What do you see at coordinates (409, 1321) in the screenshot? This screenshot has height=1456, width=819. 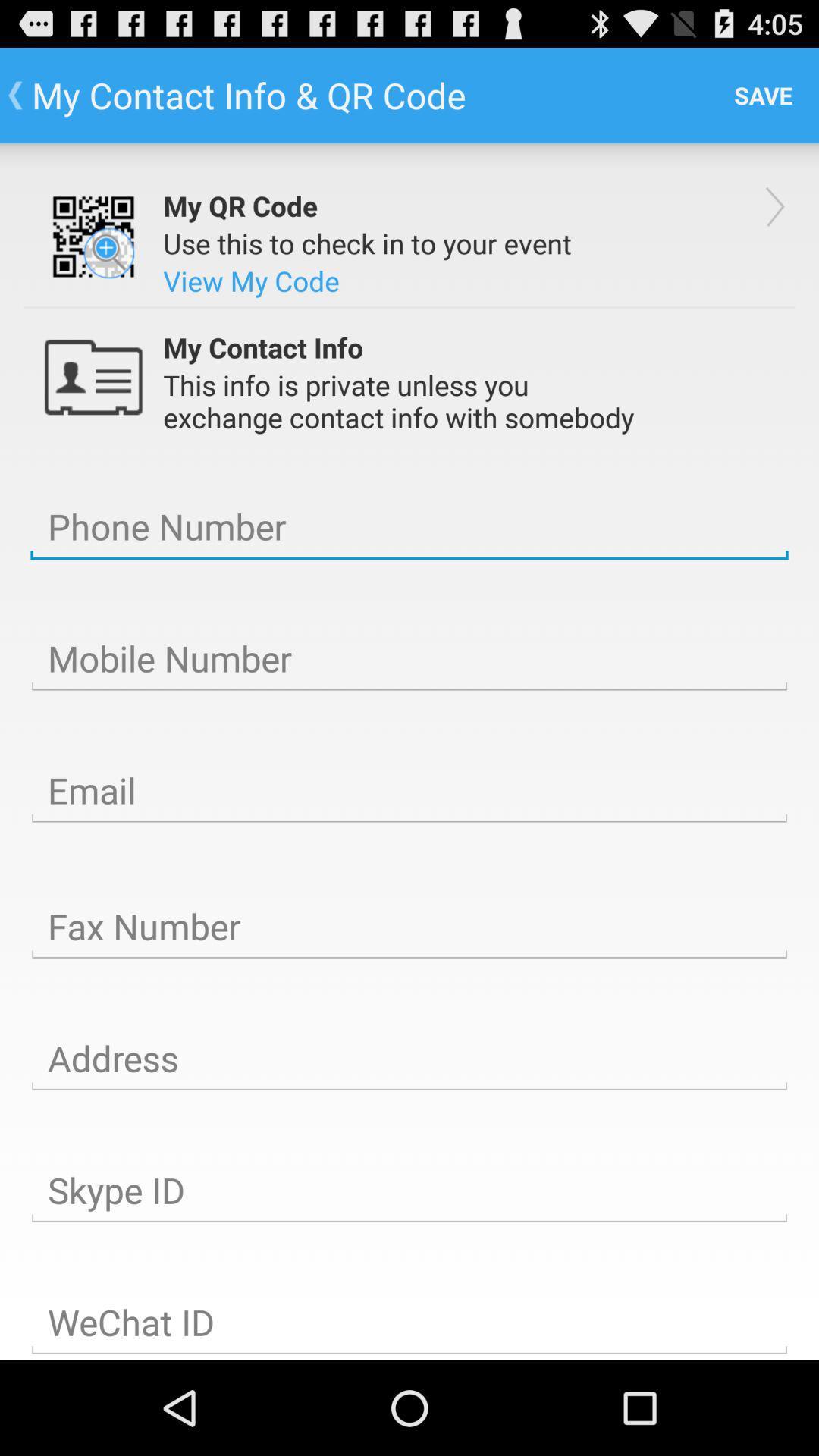 I see `wechat id` at bounding box center [409, 1321].